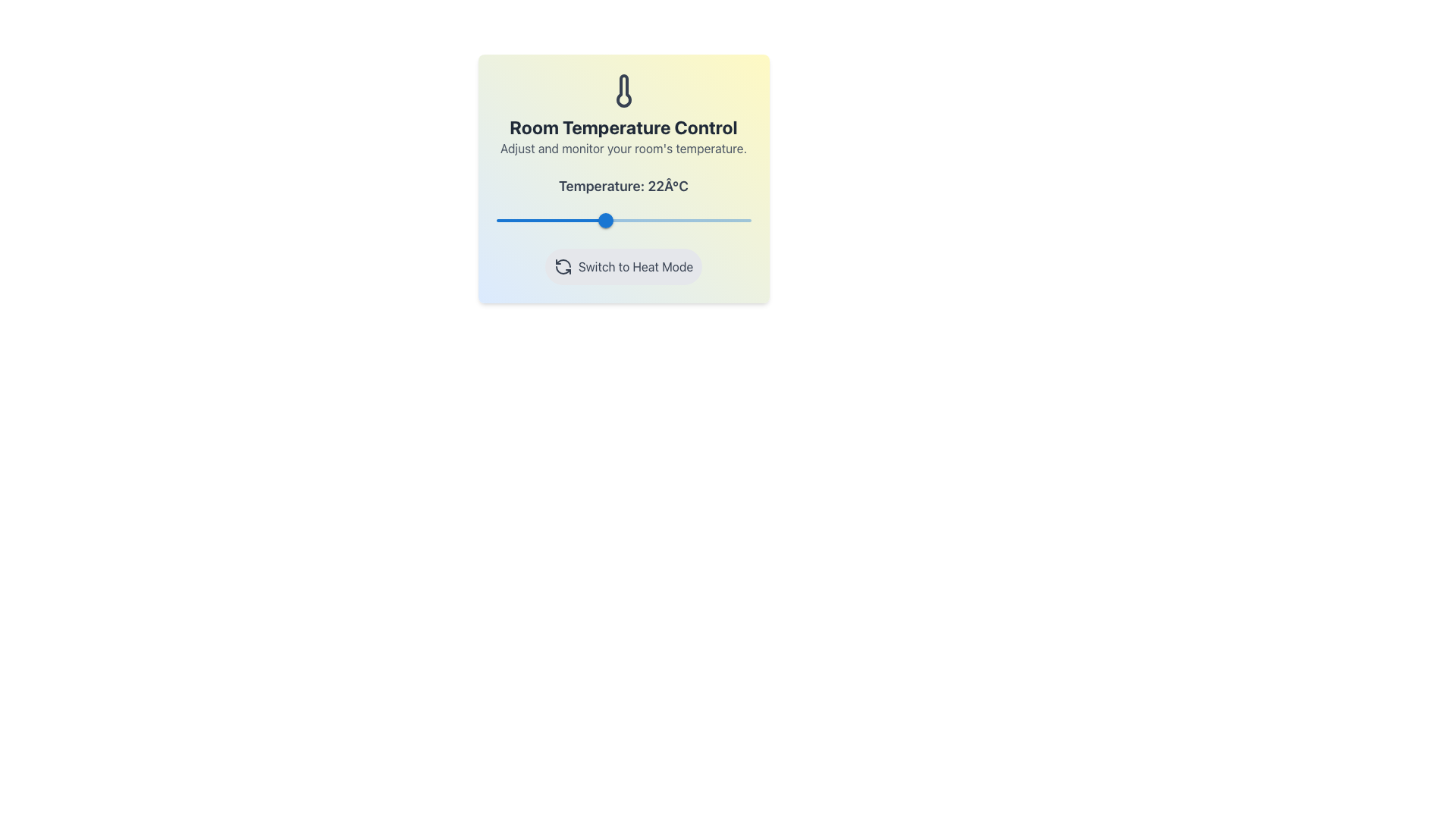 Image resolution: width=1456 pixels, height=819 pixels. I want to click on the temperature, so click(623, 220).